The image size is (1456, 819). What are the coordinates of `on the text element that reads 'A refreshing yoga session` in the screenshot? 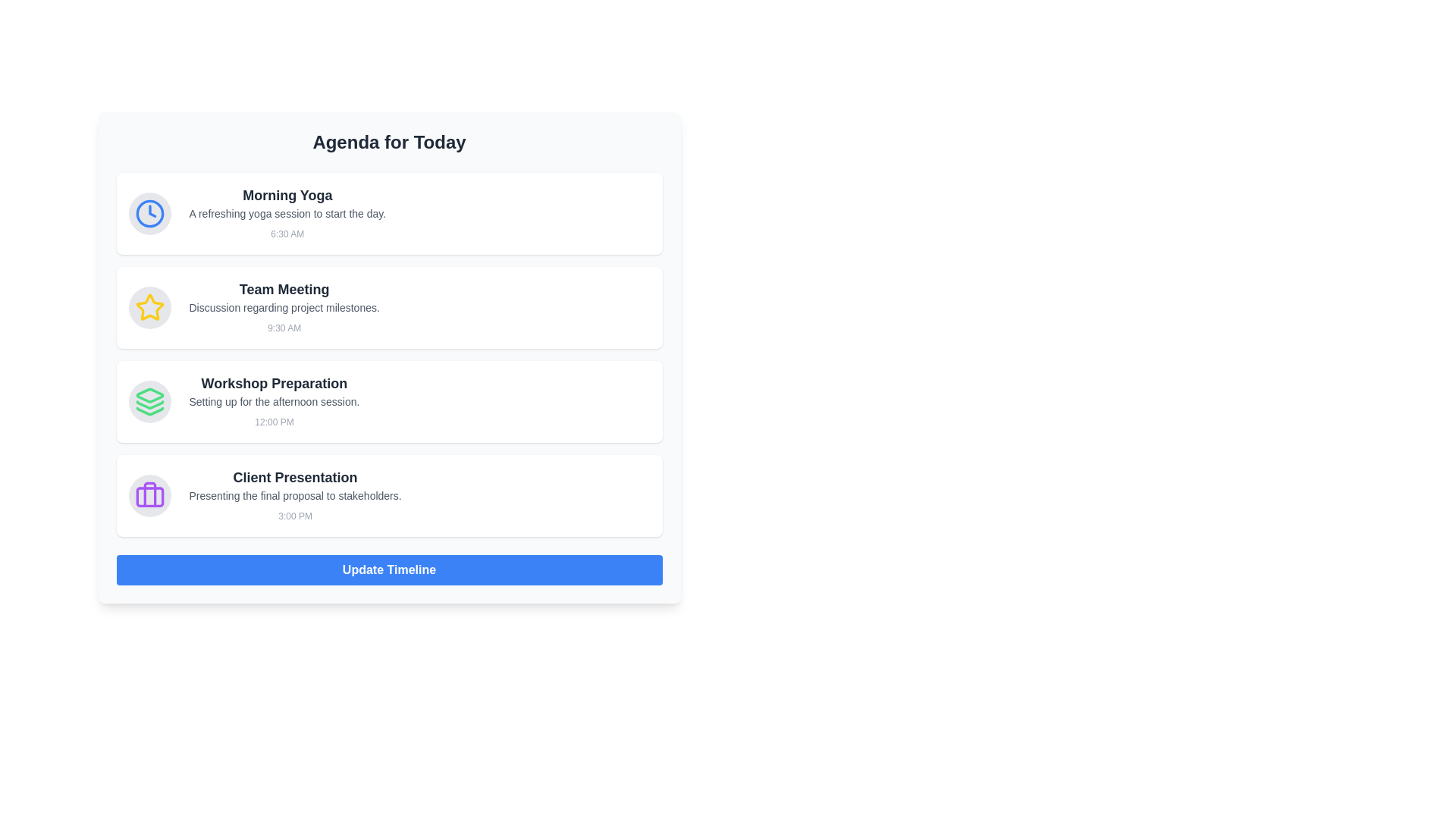 It's located at (287, 213).